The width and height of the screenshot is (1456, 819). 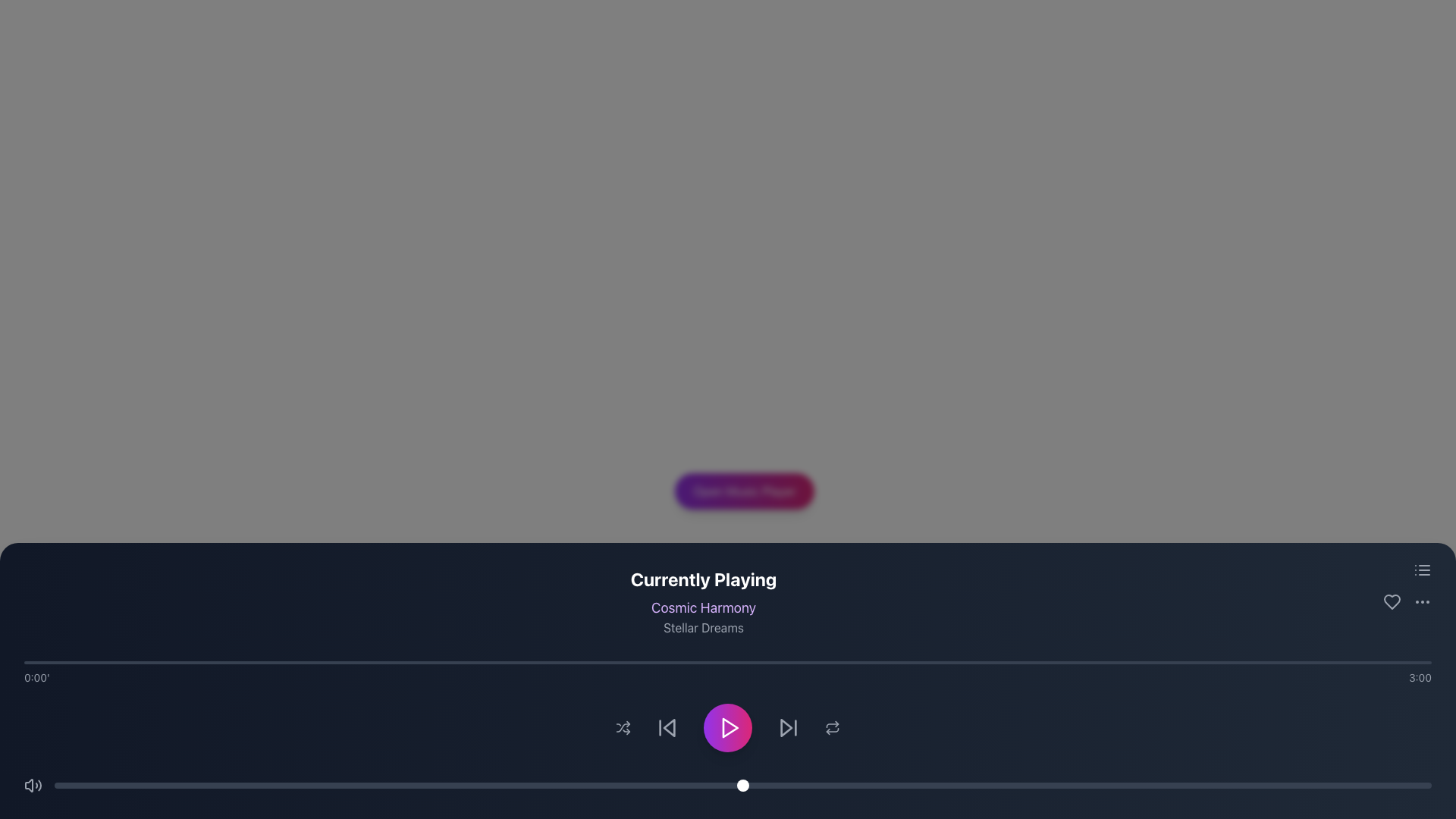 What do you see at coordinates (702, 628) in the screenshot?
I see `the light gray text 'Stellar Dreams', which is displayed within a dark-colored section, positioned below 'Cosmic Harmony' and aligned with 'Currently Playing'` at bounding box center [702, 628].